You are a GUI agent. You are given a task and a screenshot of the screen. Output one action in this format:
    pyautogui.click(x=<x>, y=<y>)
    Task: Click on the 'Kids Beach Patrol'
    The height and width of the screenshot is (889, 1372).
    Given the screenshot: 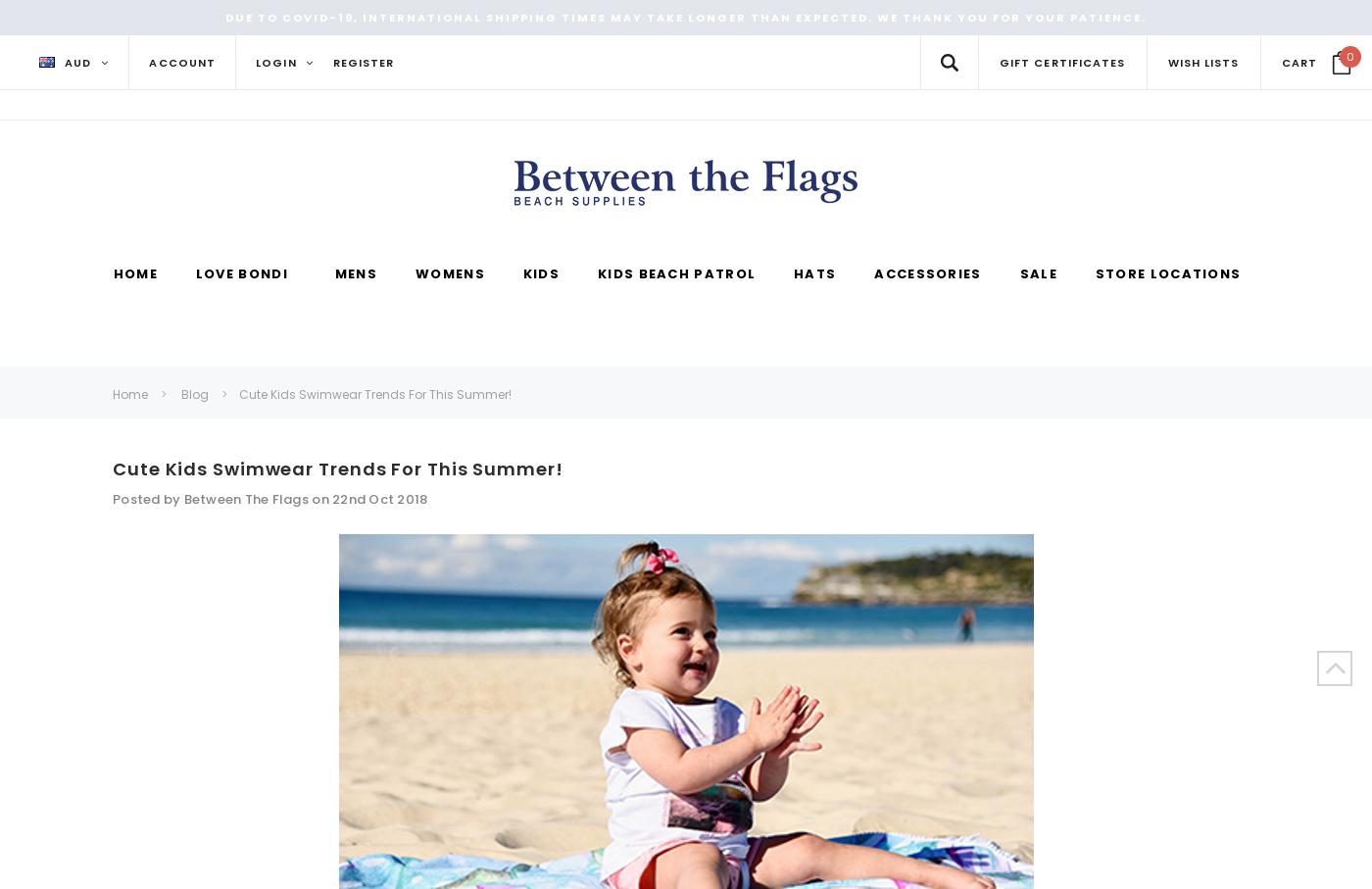 What is the action you would take?
    pyautogui.click(x=676, y=272)
    